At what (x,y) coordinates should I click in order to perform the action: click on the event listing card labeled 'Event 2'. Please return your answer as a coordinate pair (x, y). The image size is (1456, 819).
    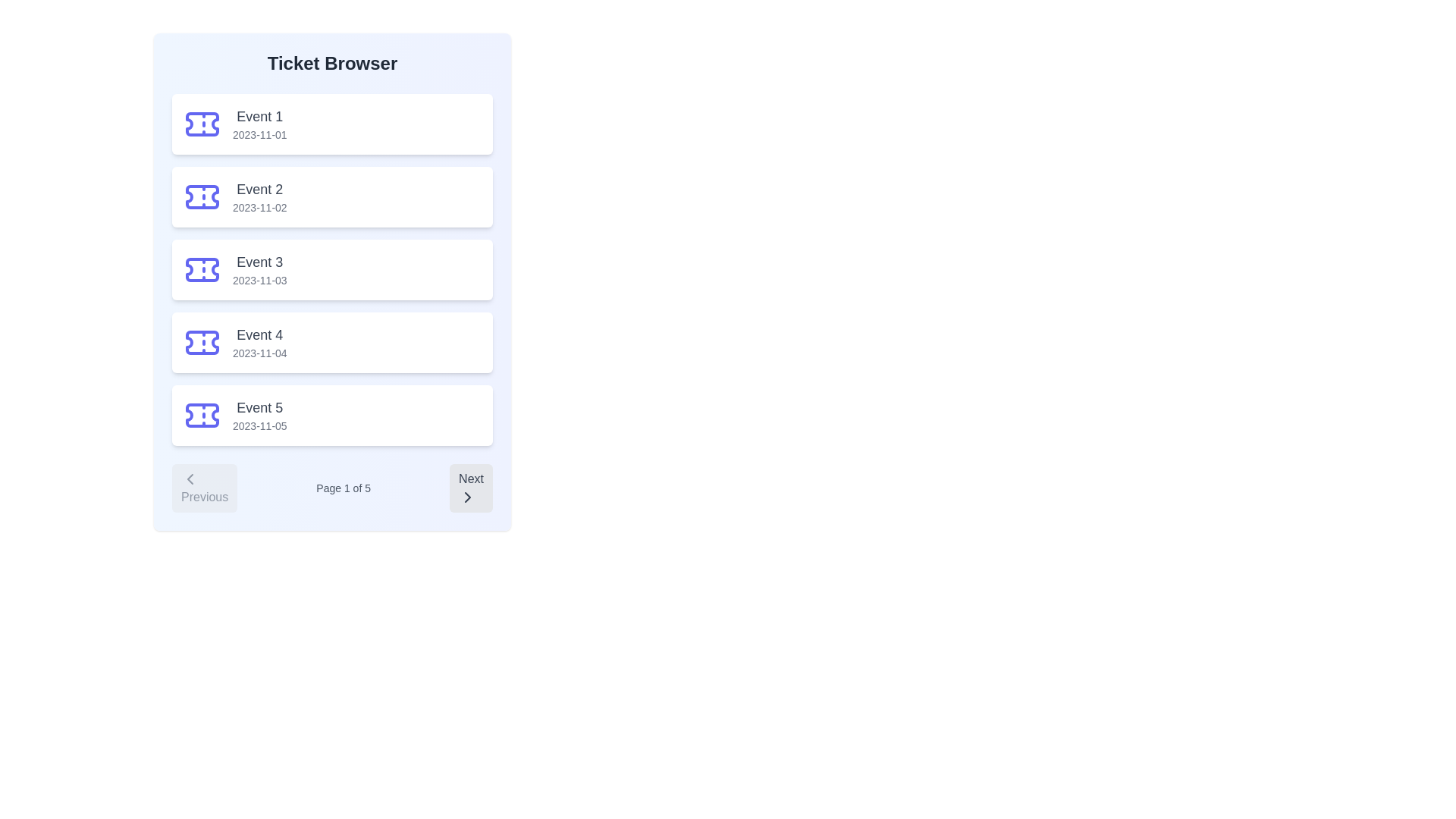
    Looking at the image, I should click on (331, 196).